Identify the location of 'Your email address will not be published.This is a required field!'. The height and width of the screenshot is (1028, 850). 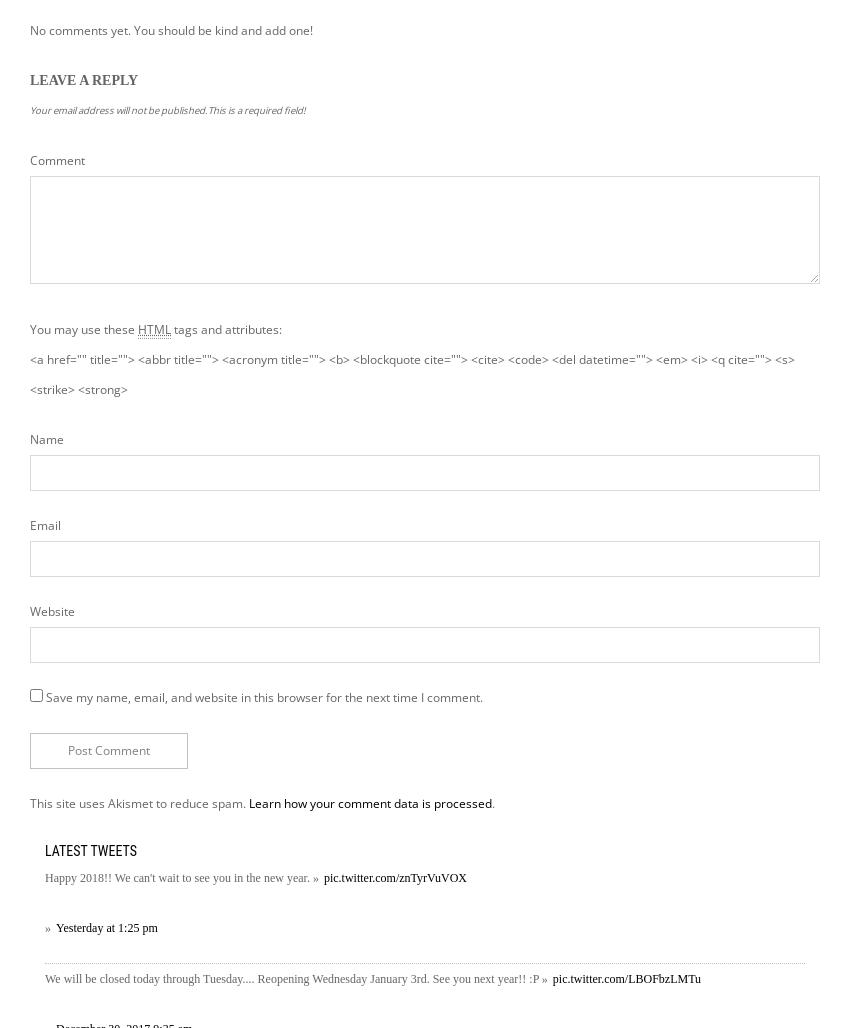
(167, 108).